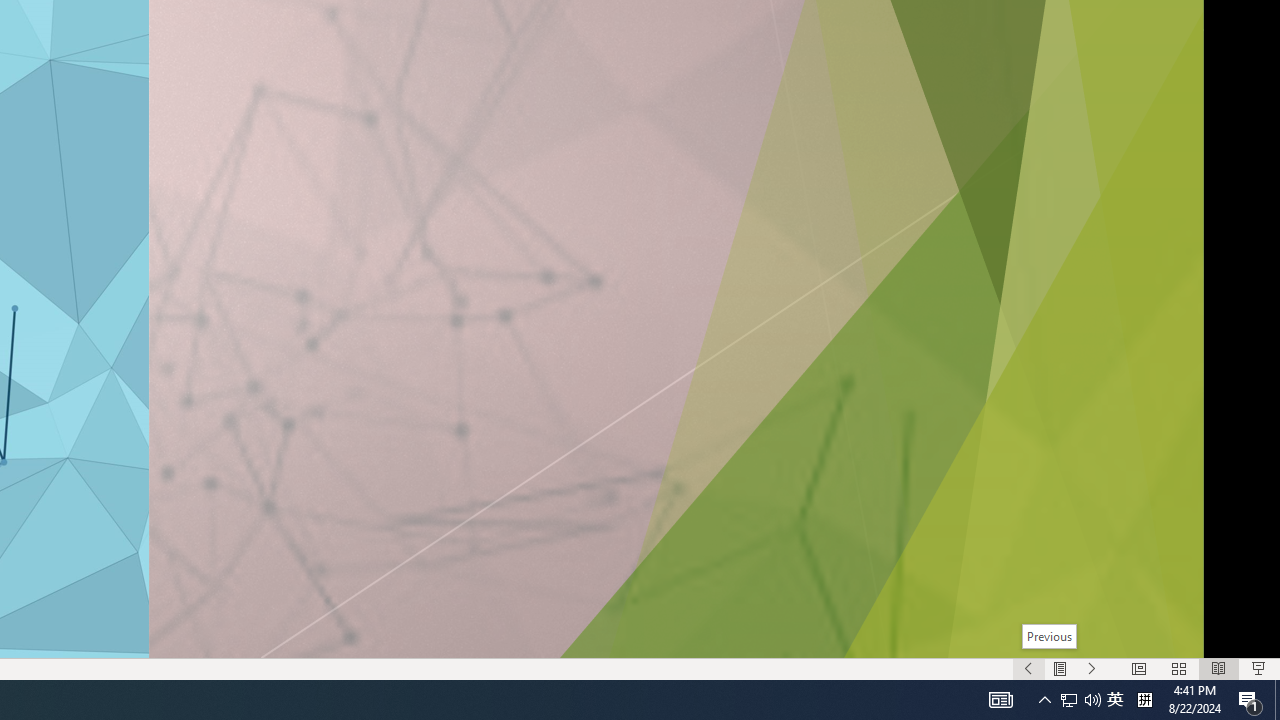  What do you see at coordinates (1059, 669) in the screenshot?
I see `'Menu On'` at bounding box center [1059, 669].